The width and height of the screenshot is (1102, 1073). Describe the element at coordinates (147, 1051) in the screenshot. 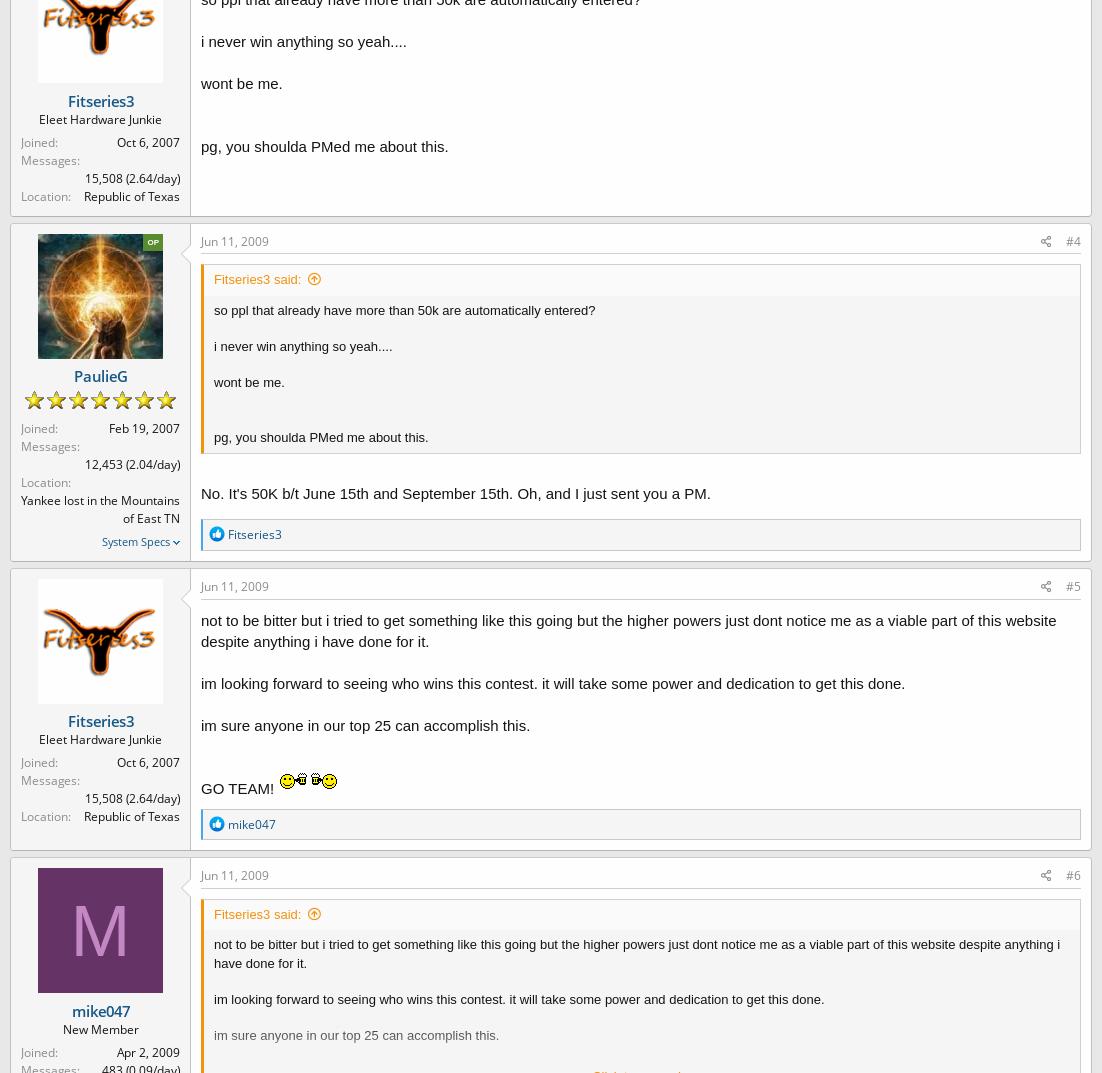

I see `'Apr 2, 2009'` at that location.